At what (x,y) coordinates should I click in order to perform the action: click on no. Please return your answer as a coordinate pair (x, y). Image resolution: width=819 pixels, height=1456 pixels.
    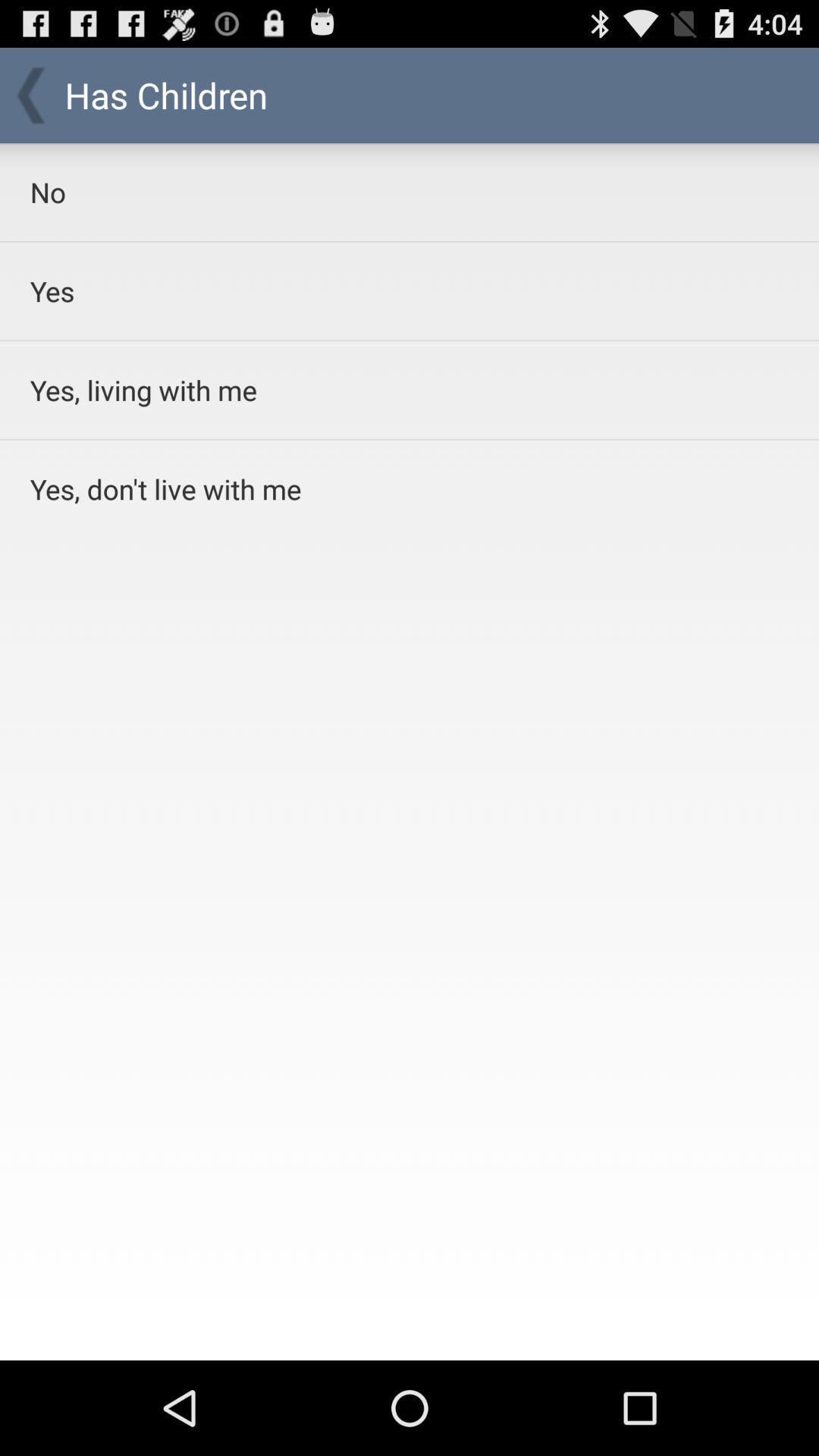
    Looking at the image, I should click on (371, 191).